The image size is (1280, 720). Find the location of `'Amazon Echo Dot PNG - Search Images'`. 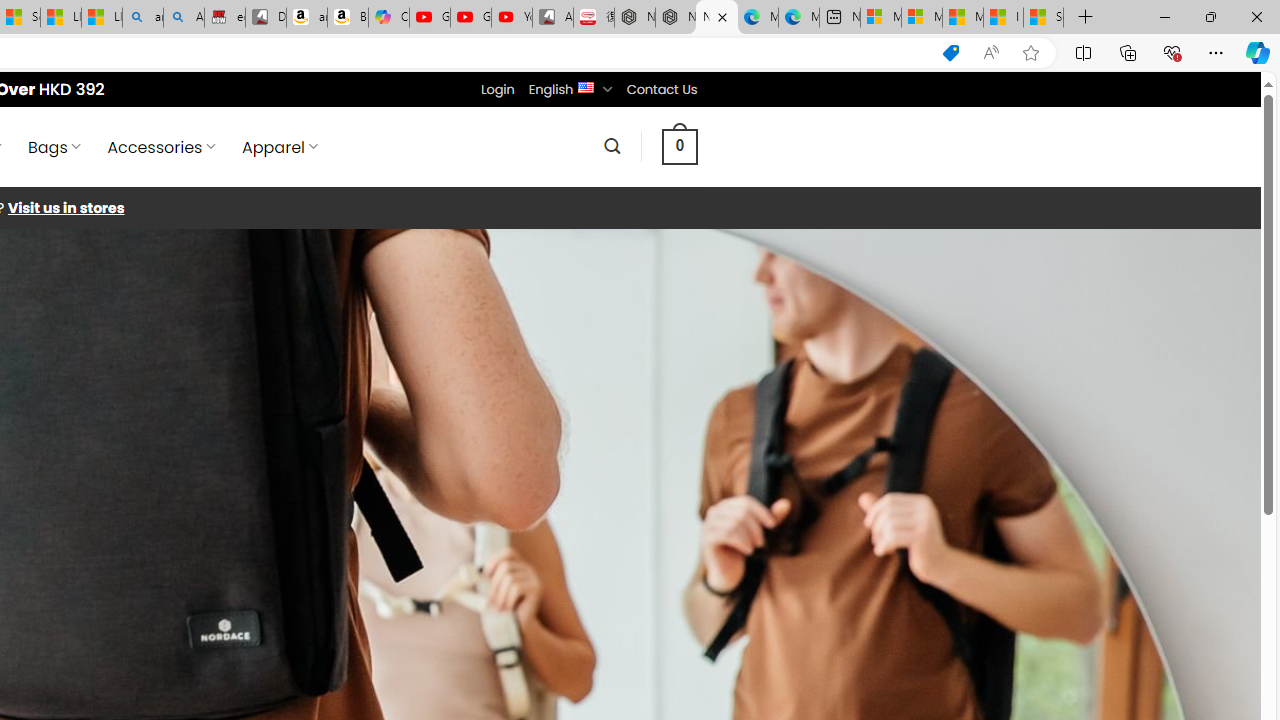

'Amazon Echo Dot PNG - Search Images' is located at coordinates (183, 17).